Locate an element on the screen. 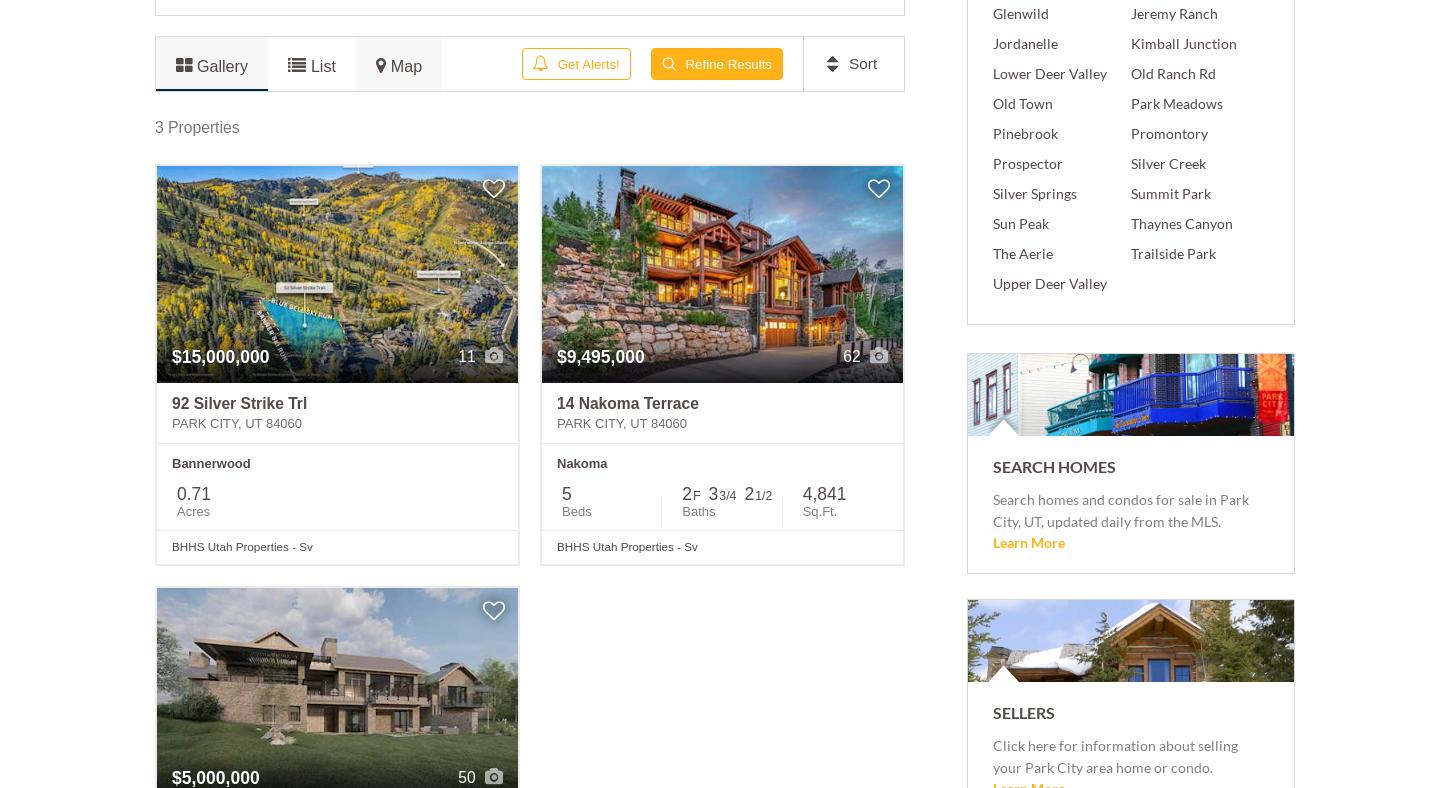 The width and height of the screenshot is (1450, 788). 'Search Homes' is located at coordinates (1054, 465).